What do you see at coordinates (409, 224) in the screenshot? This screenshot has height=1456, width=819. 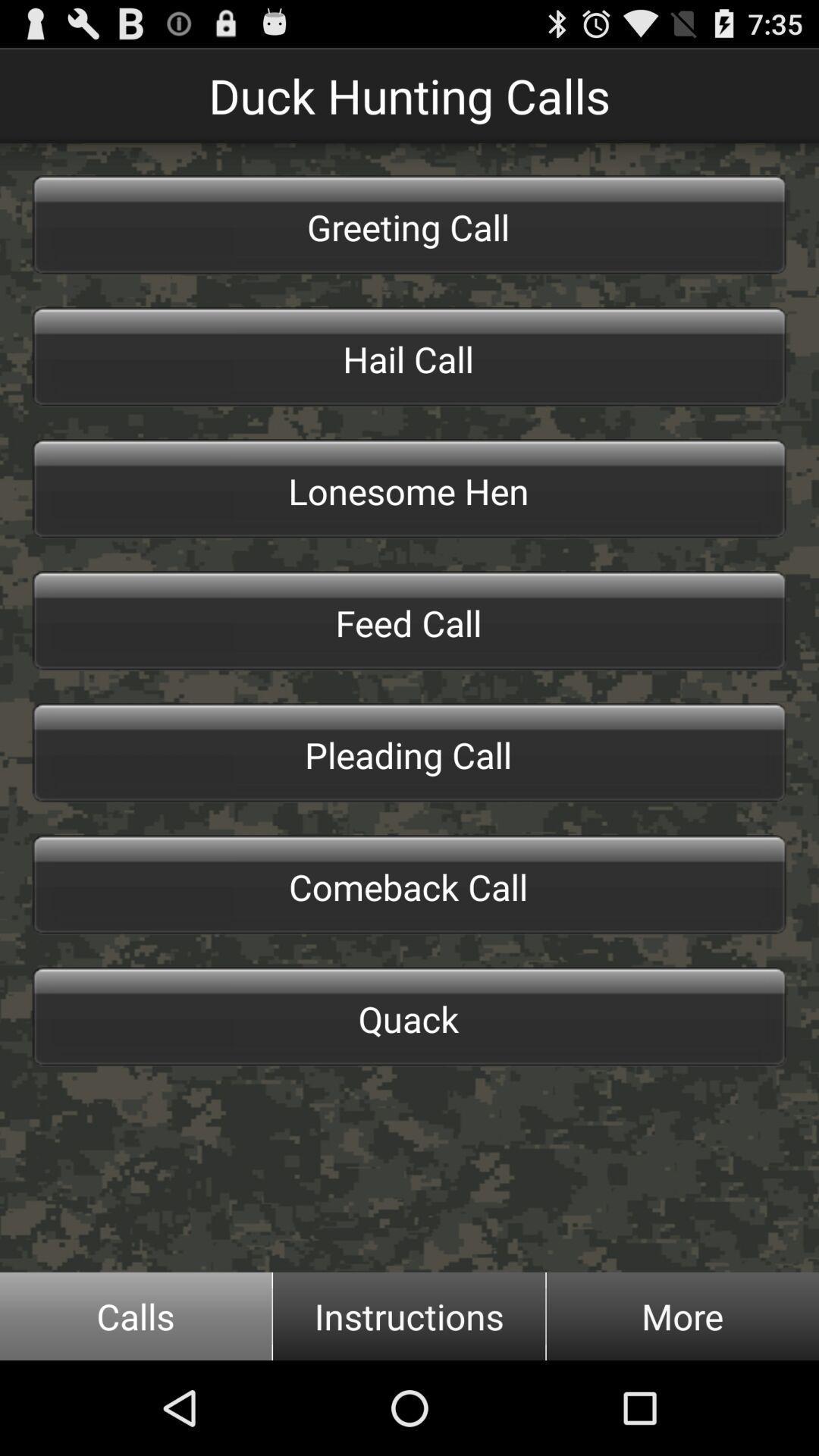 I see `the item above the hail call` at bounding box center [409, 224].